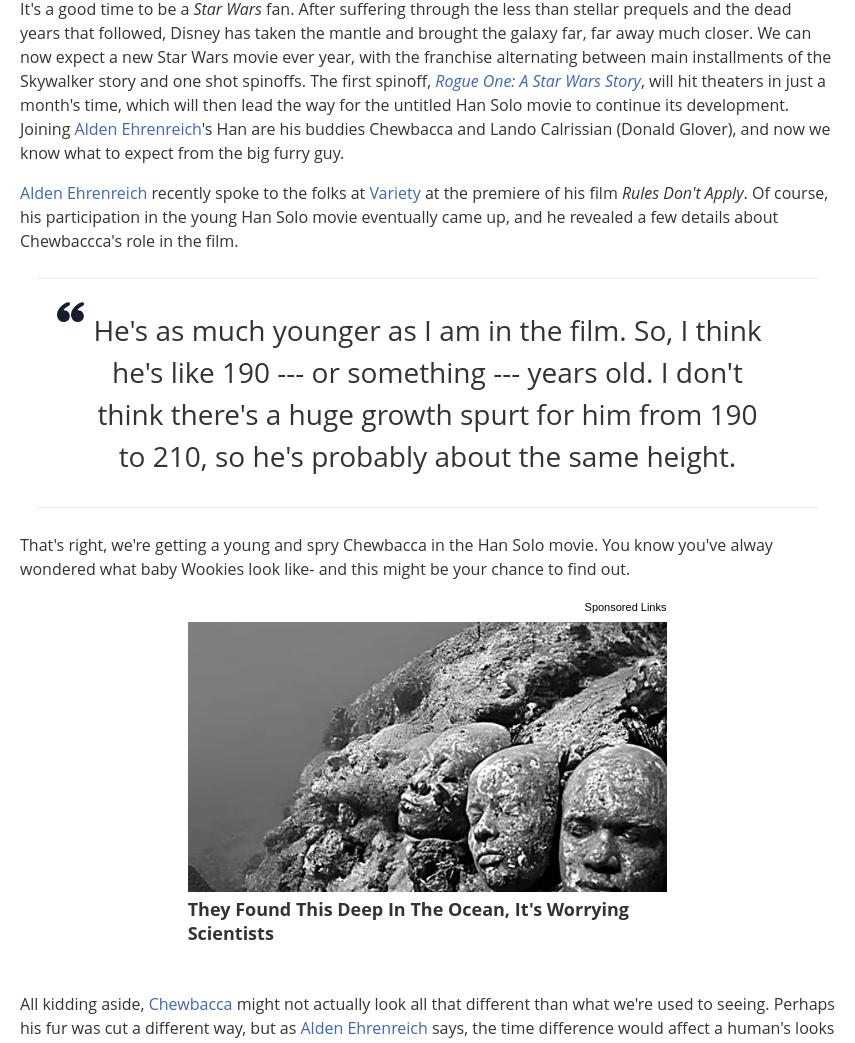  I want to click on 'Rogue One: A Star Wars Story', so click(537, 81).